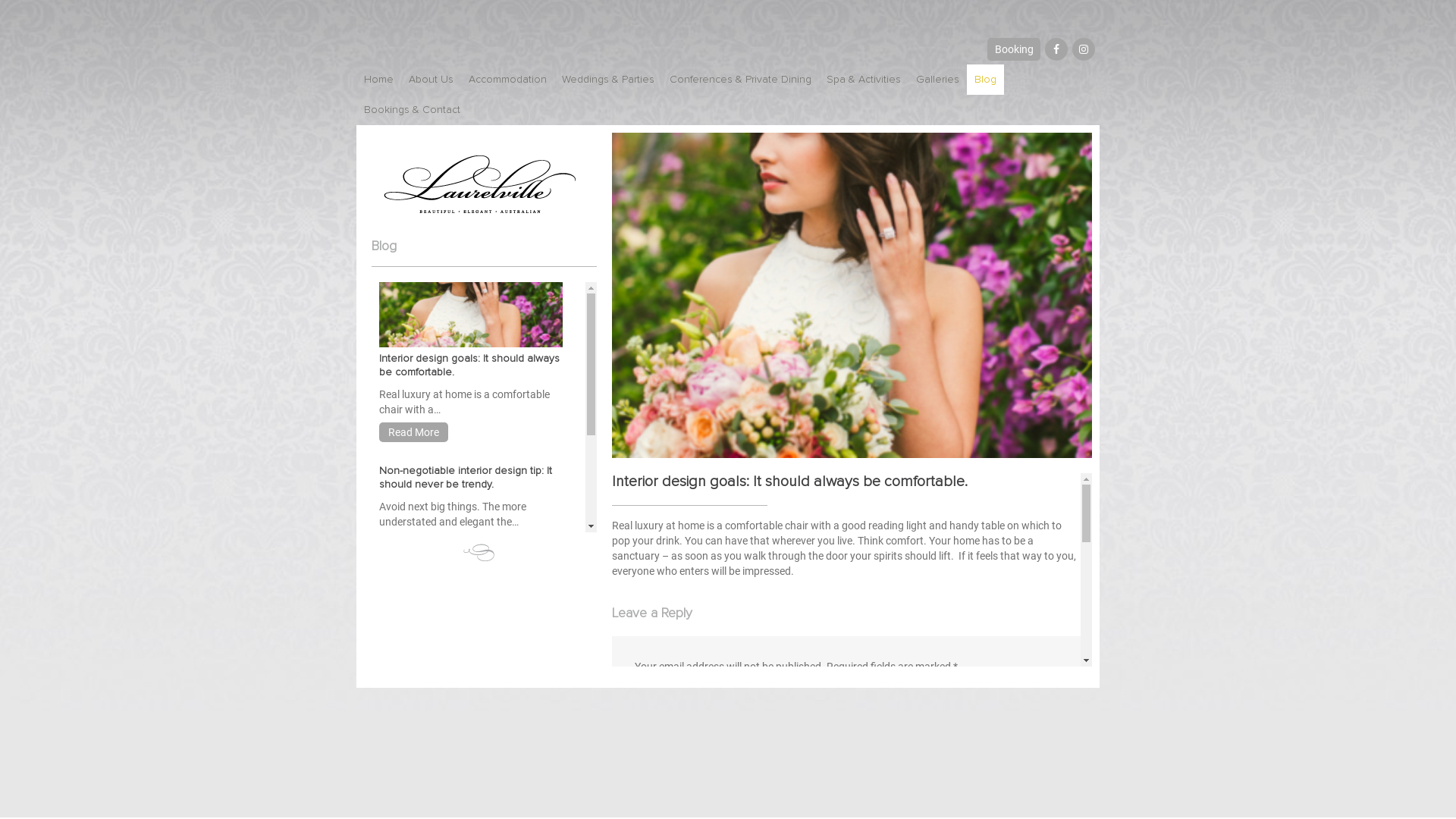 The width and height of the screenshot is (1456, 819). What do you see at coordinates (413, 432) in the screenshot?
I see `'Read More'` at bounding box center [413, 432].